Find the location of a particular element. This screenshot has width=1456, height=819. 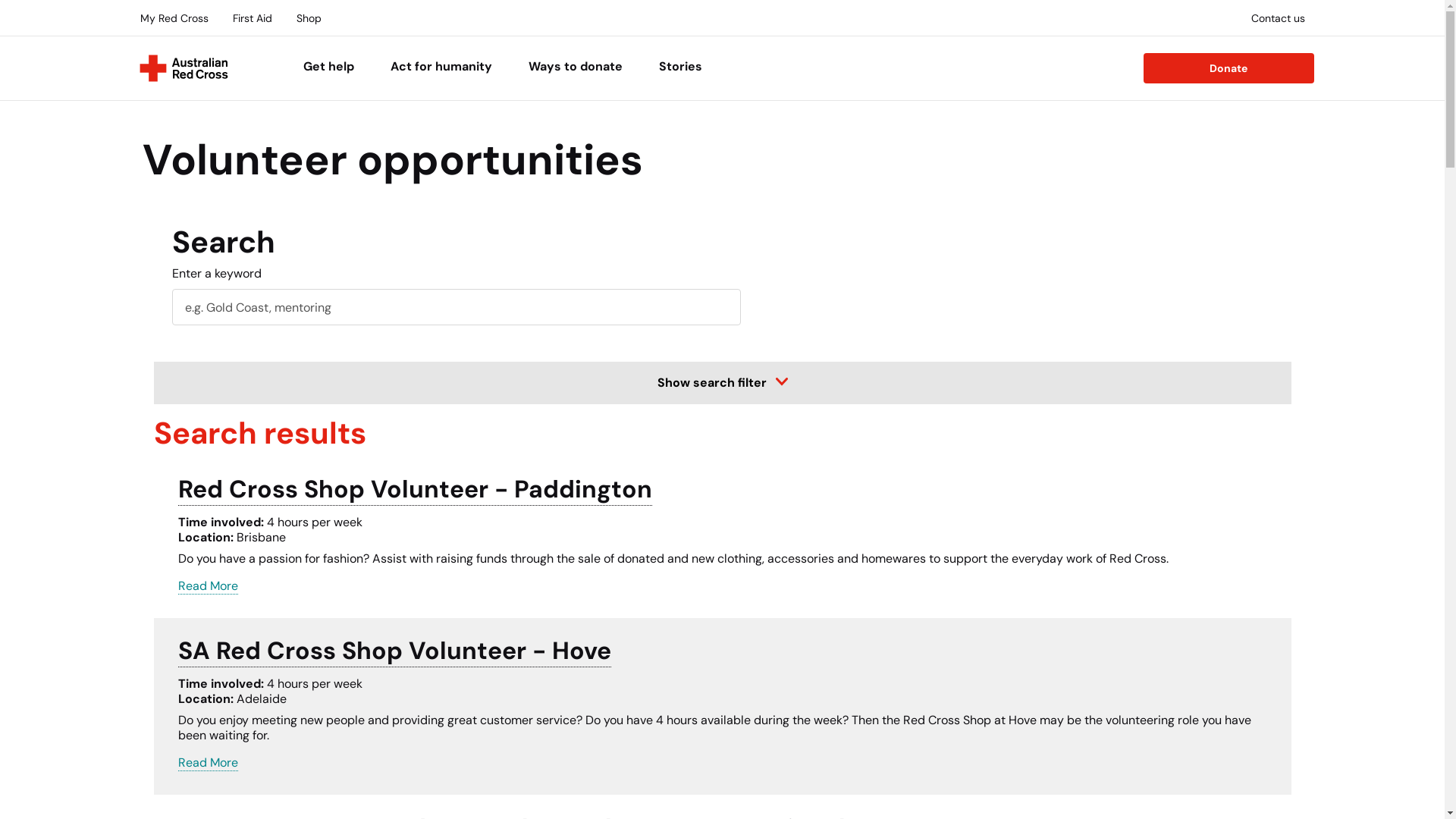

'Contact us' is located at coordinates (1277, 17).